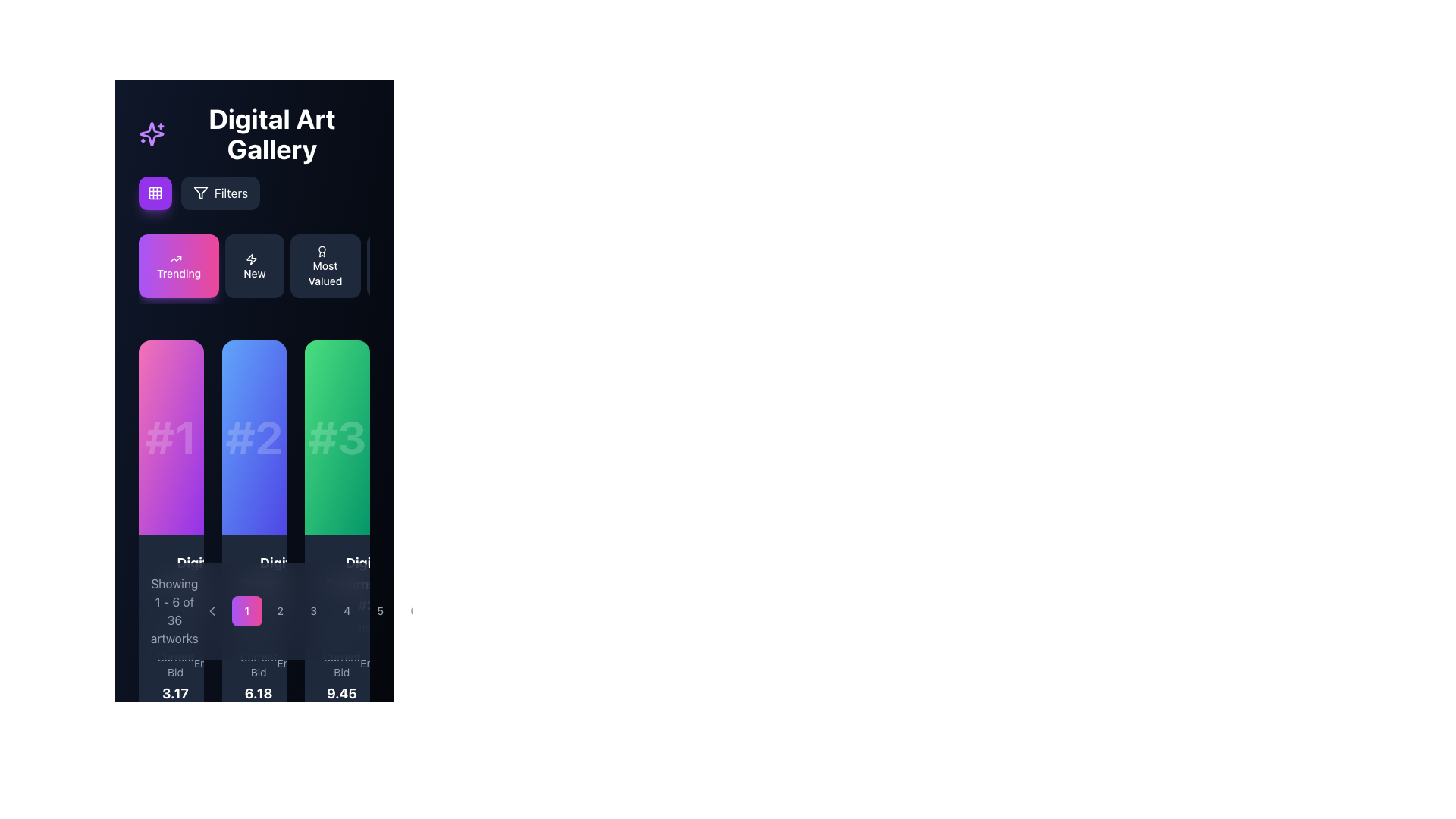 This screenshot has width=1456, height=819. Describe the element at coordinates (346, 610) in the screenshot. I see `the circular button labeled '4'` at that location.